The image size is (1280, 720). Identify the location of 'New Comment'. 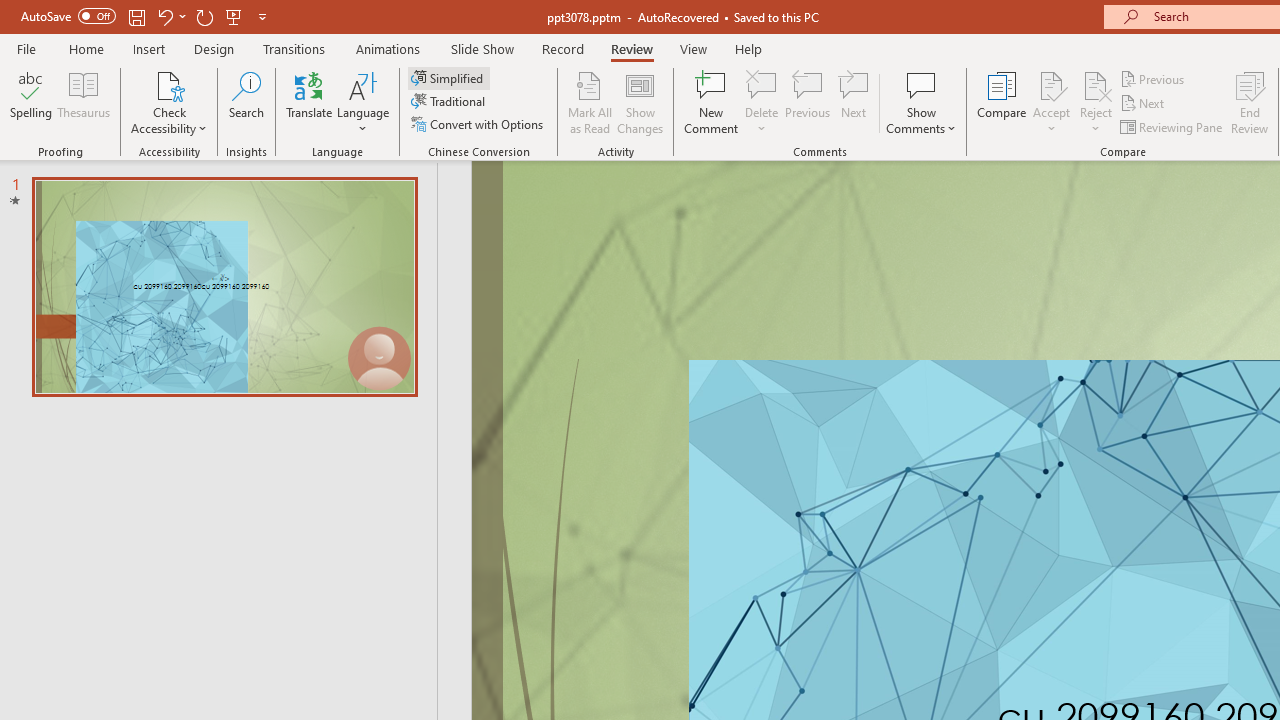
(711, 103).